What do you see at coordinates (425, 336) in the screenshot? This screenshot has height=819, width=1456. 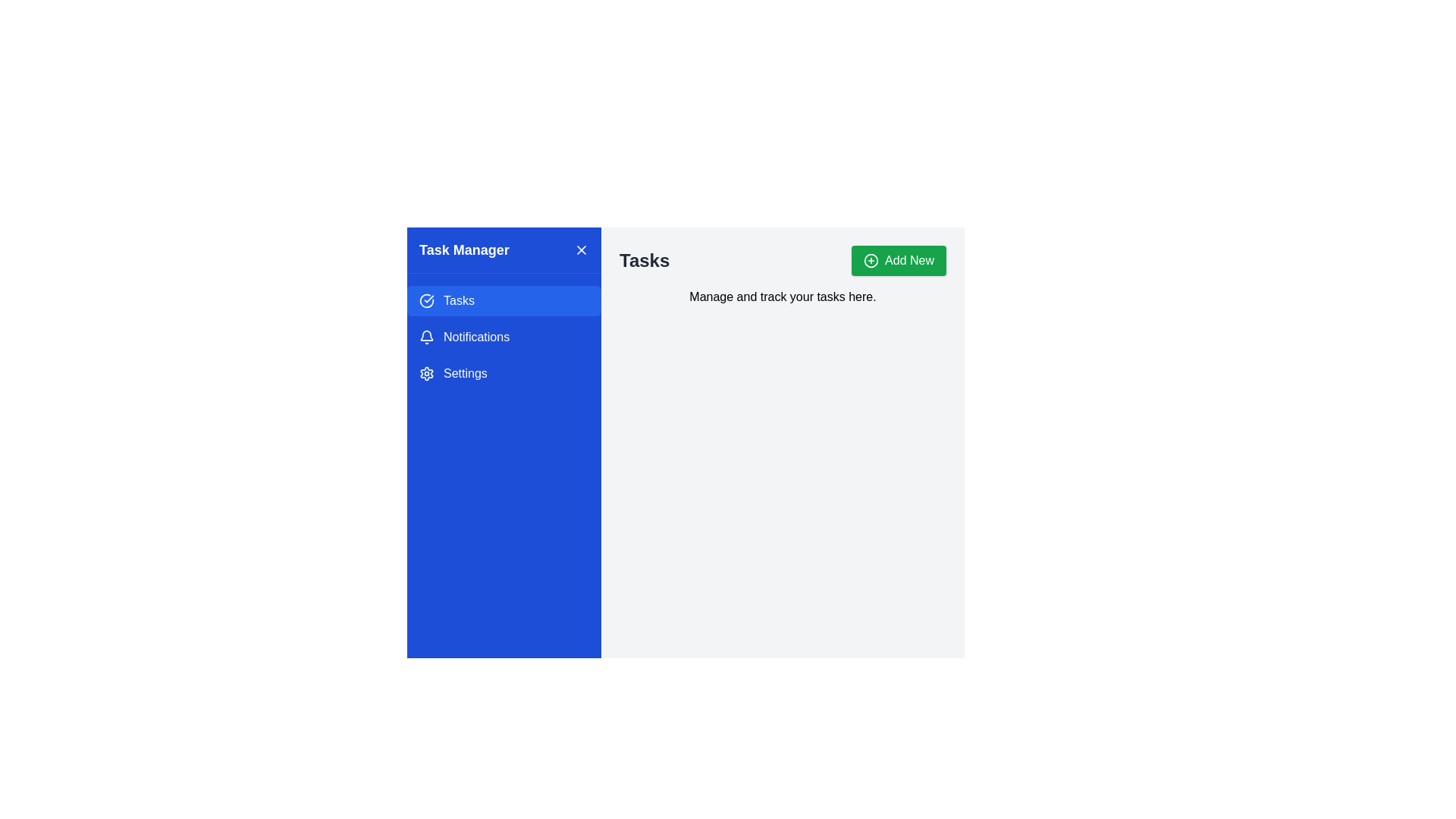 I see `the notification icon (bell) located in the left-side navigation bar` at bounding box center [425, 336].